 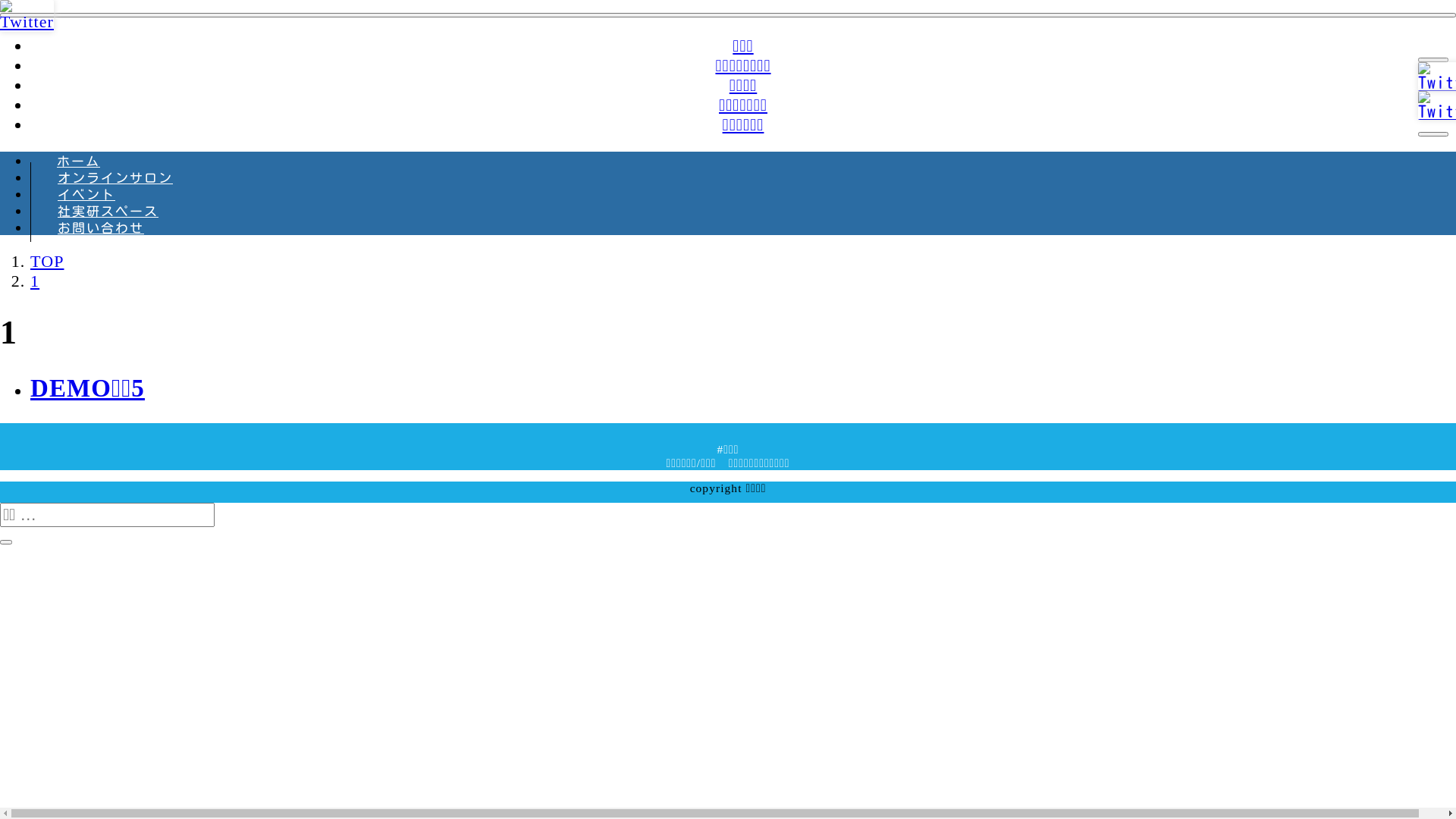 What do you see at coordinates (35, 281) in the screenshot?
I see `'1'` at bounding box center [35, 281].